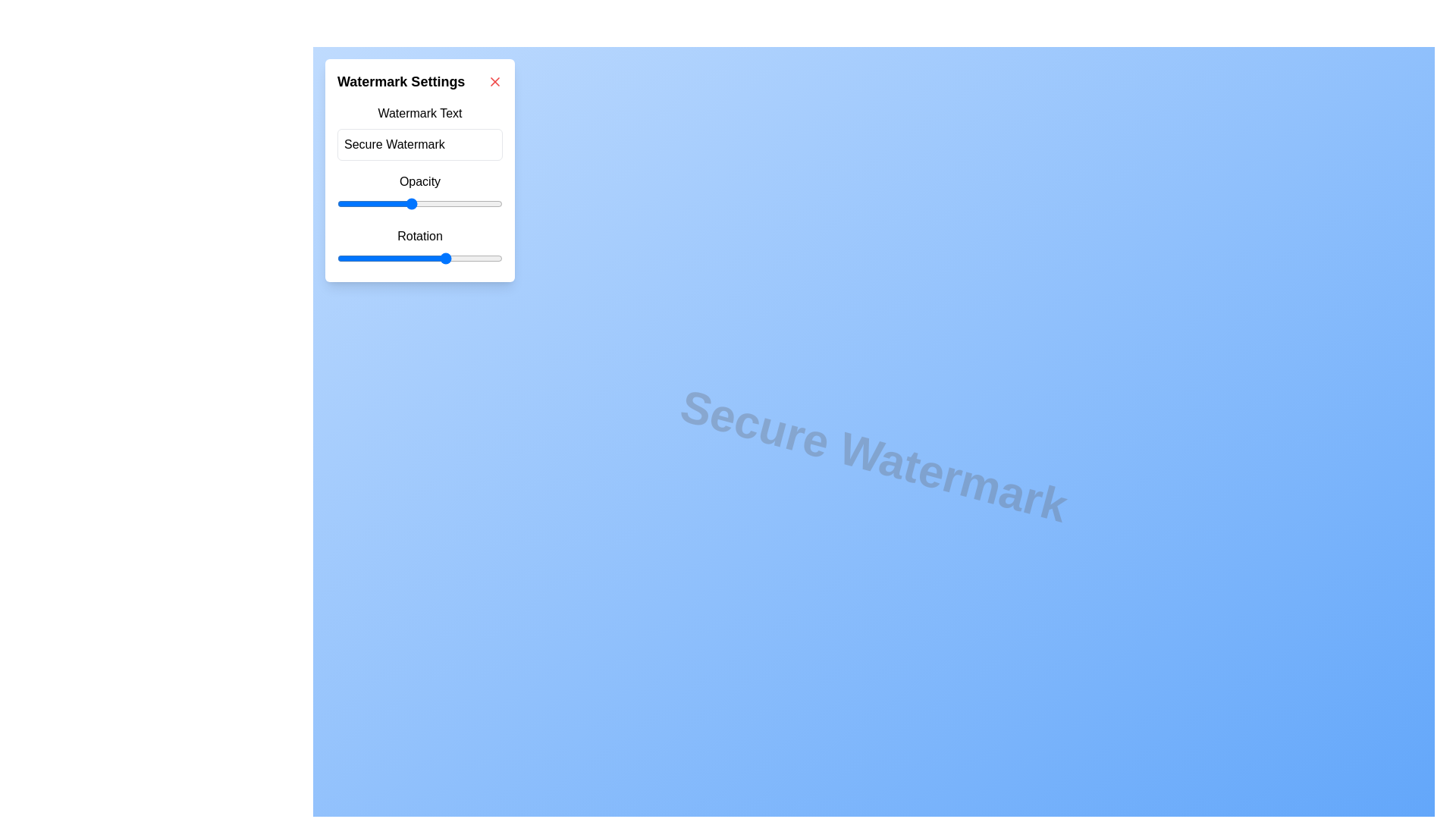 This screenshot has height=819, width=1456. What do you see at coordinates (494, 82) in the screenshot?
I see `the close button represented by a diagonal cross icon in the top-right corner of the 'Watermark Settings' panel` at bounding box center [494, 82].